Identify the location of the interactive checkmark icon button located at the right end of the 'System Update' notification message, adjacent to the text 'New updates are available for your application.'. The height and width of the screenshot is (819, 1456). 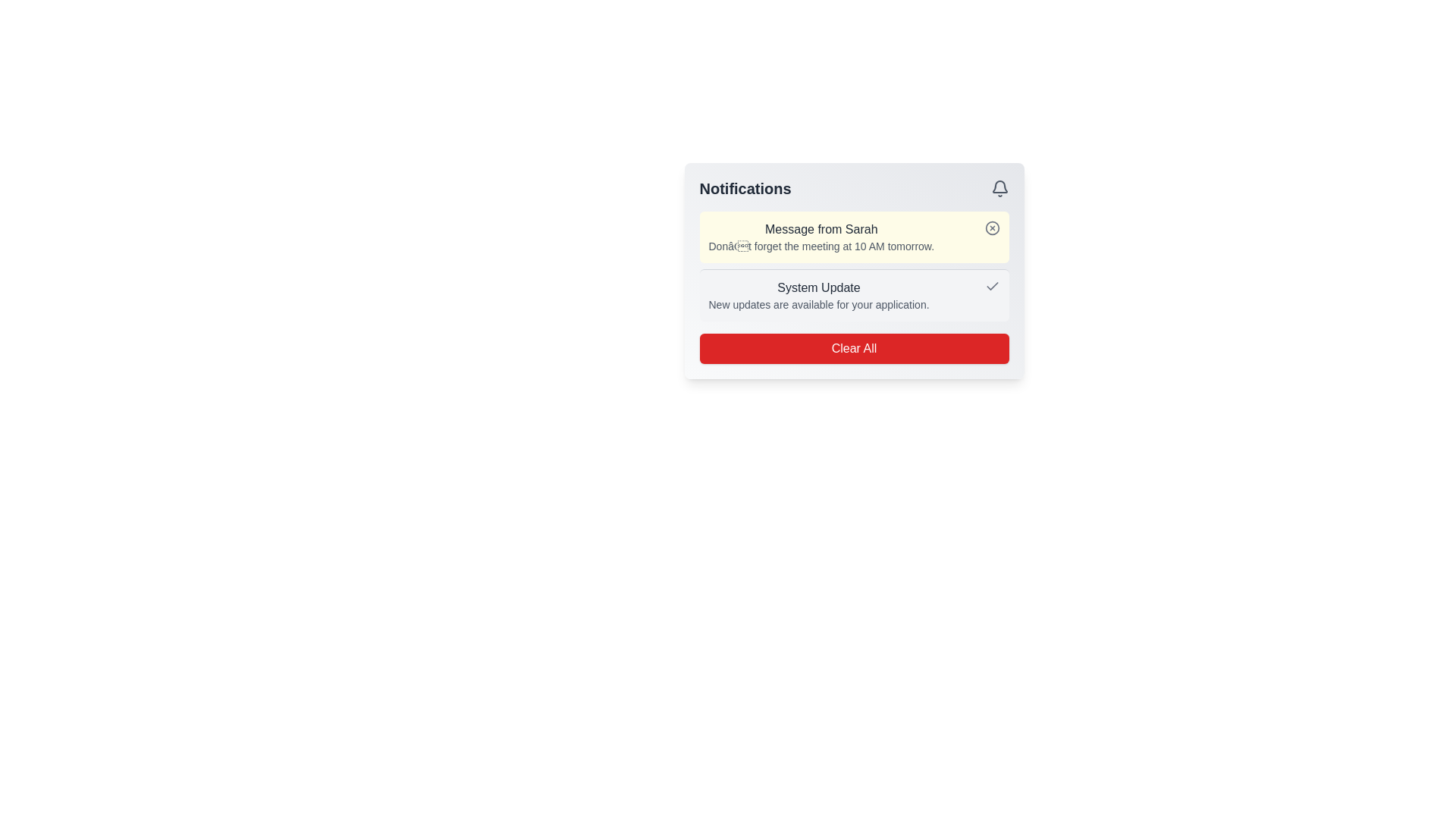
(992, 287).